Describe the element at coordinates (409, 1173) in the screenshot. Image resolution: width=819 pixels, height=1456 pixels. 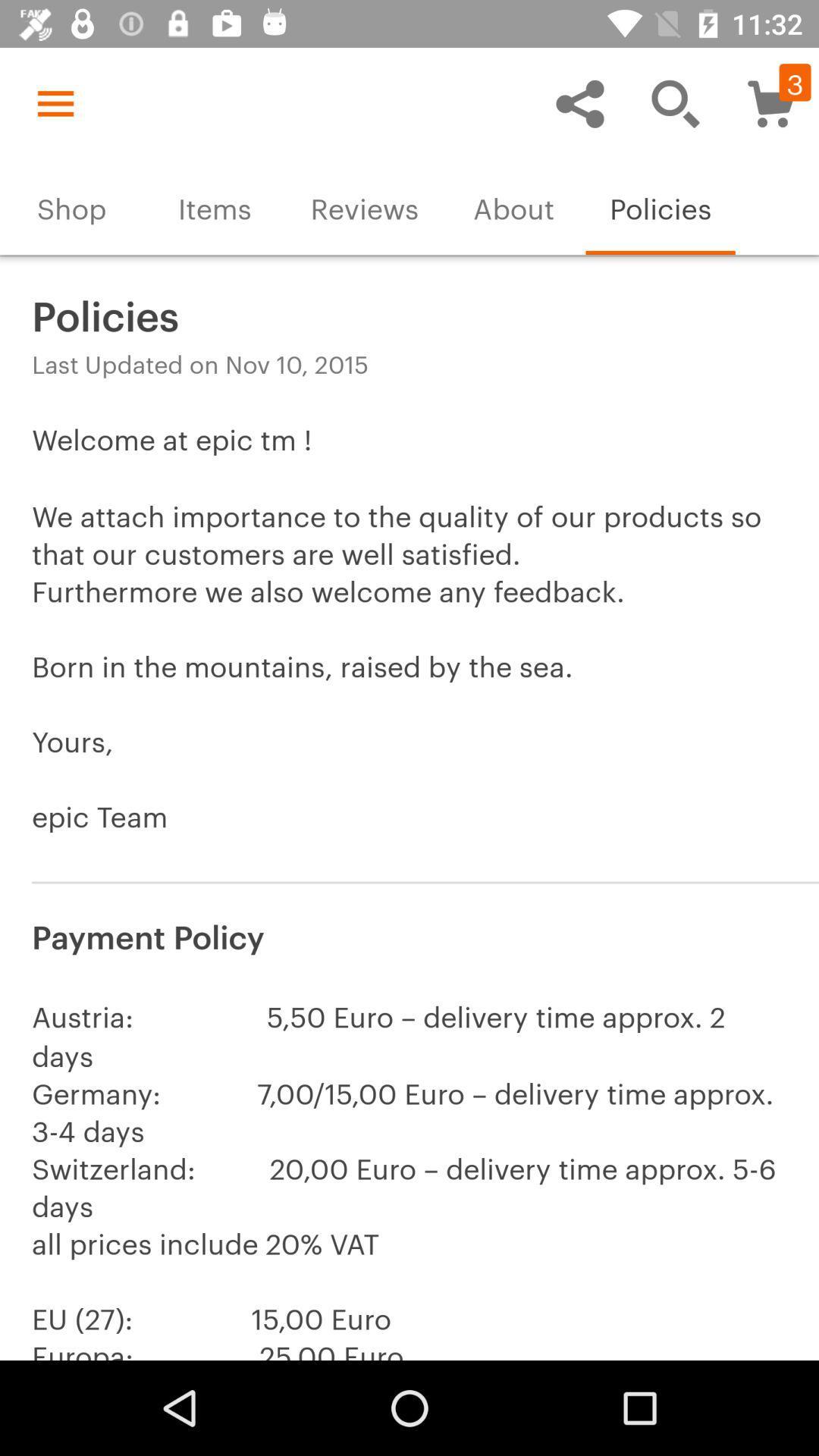
I see `item below the payment policy item` at that location.